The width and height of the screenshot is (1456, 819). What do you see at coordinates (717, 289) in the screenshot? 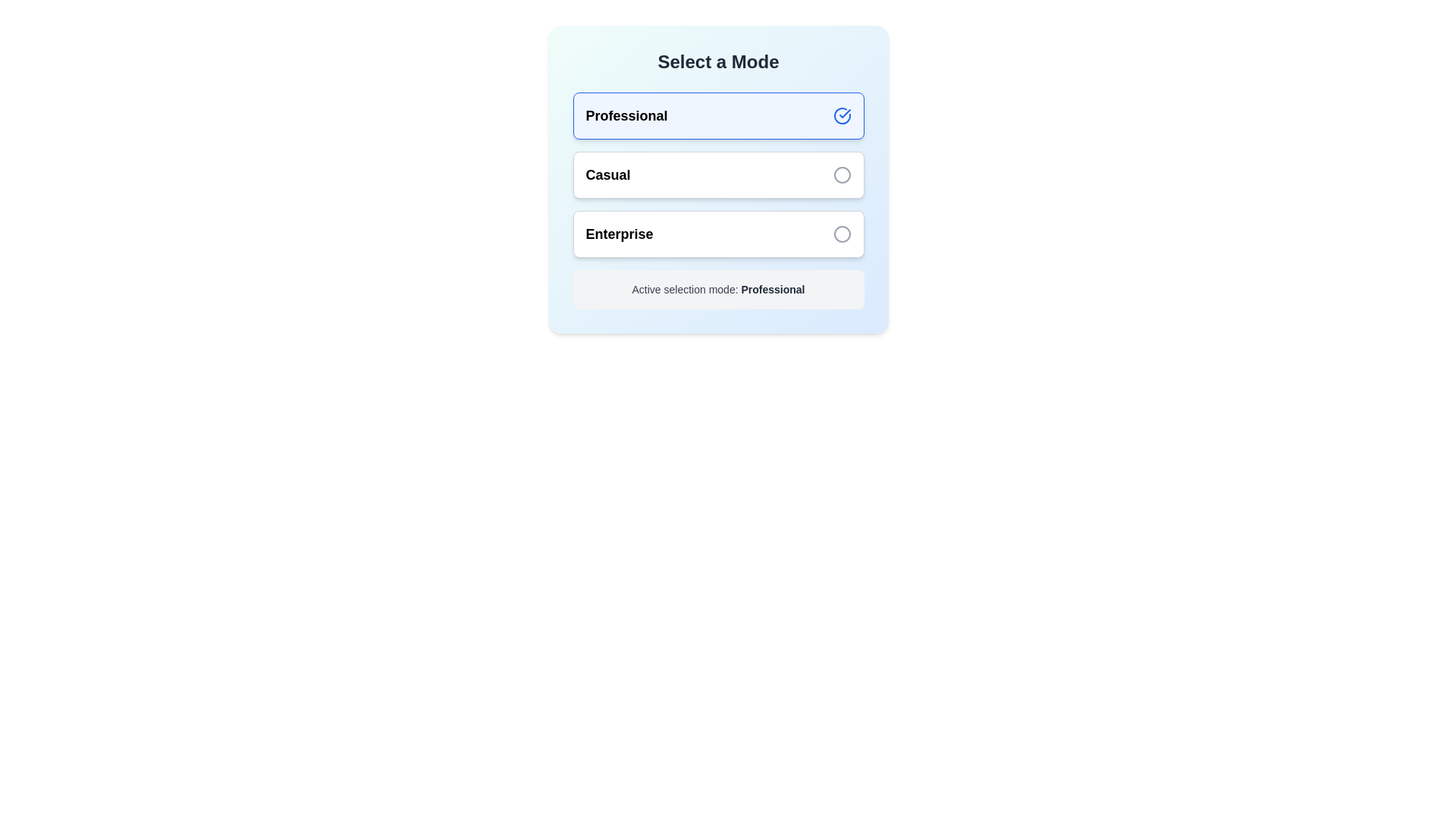
I see `the informational text label that indicates the currently active selection mode, located centrally below the selection options 'Professional', 'Casual', and 'Enterprise'` at bounding box center [717, 289].